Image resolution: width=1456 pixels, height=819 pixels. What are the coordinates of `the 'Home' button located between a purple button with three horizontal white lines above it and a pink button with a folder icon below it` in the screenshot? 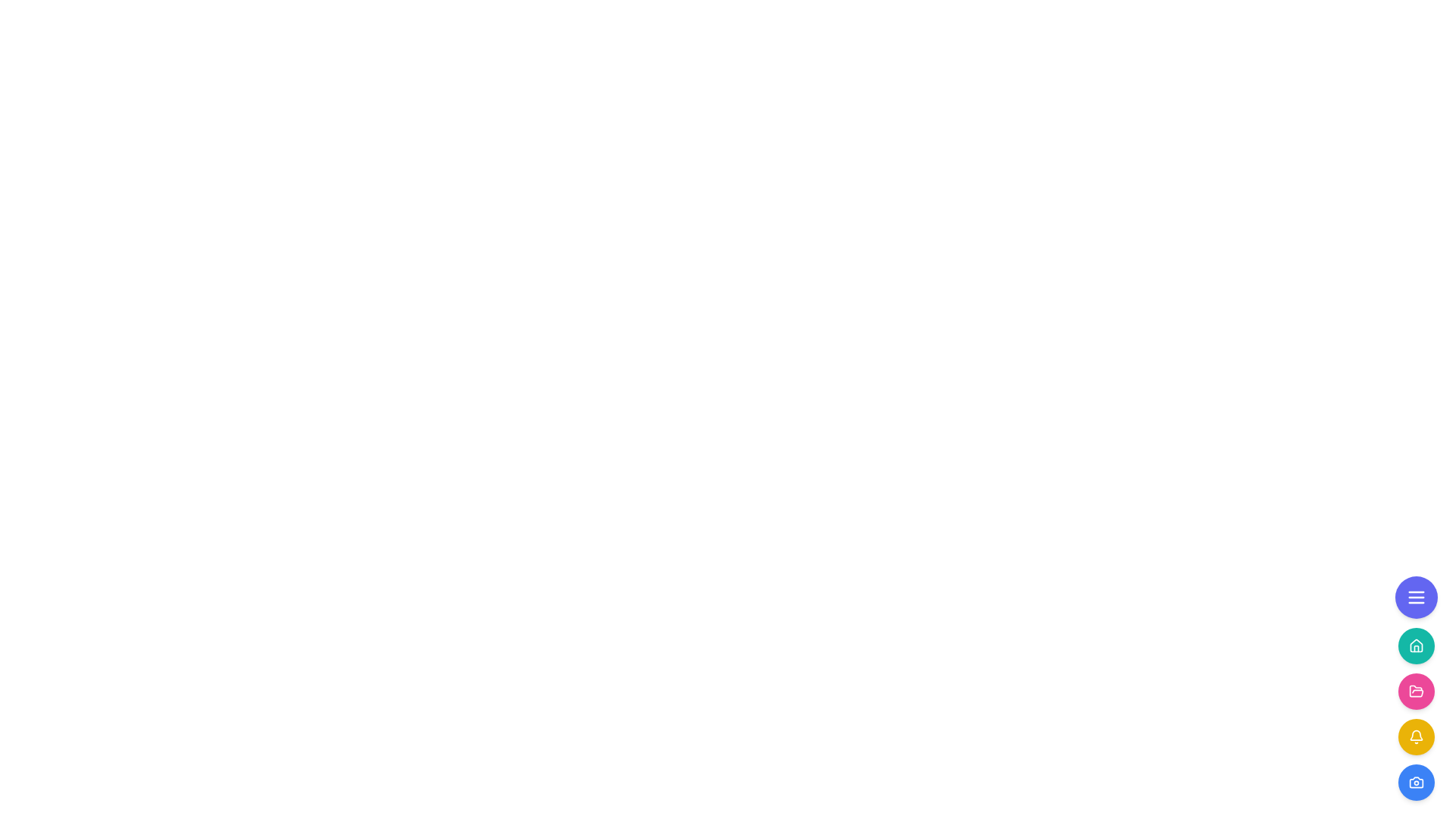 It's located at (1415, 646).